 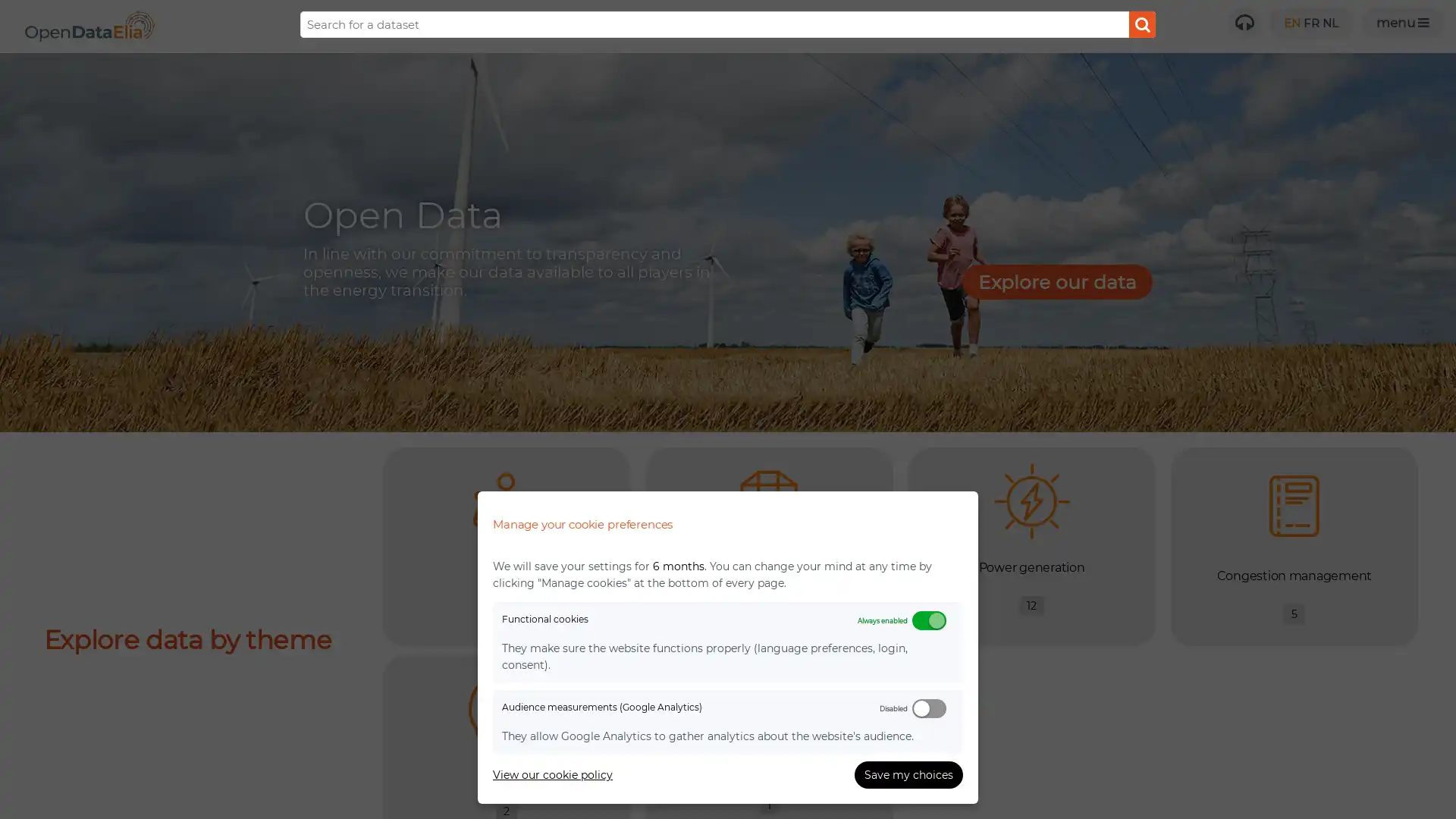 What do you see at coordinates (908, 775) in the screenshot?
I see `Save my choices` at bounding box center [908, 775].